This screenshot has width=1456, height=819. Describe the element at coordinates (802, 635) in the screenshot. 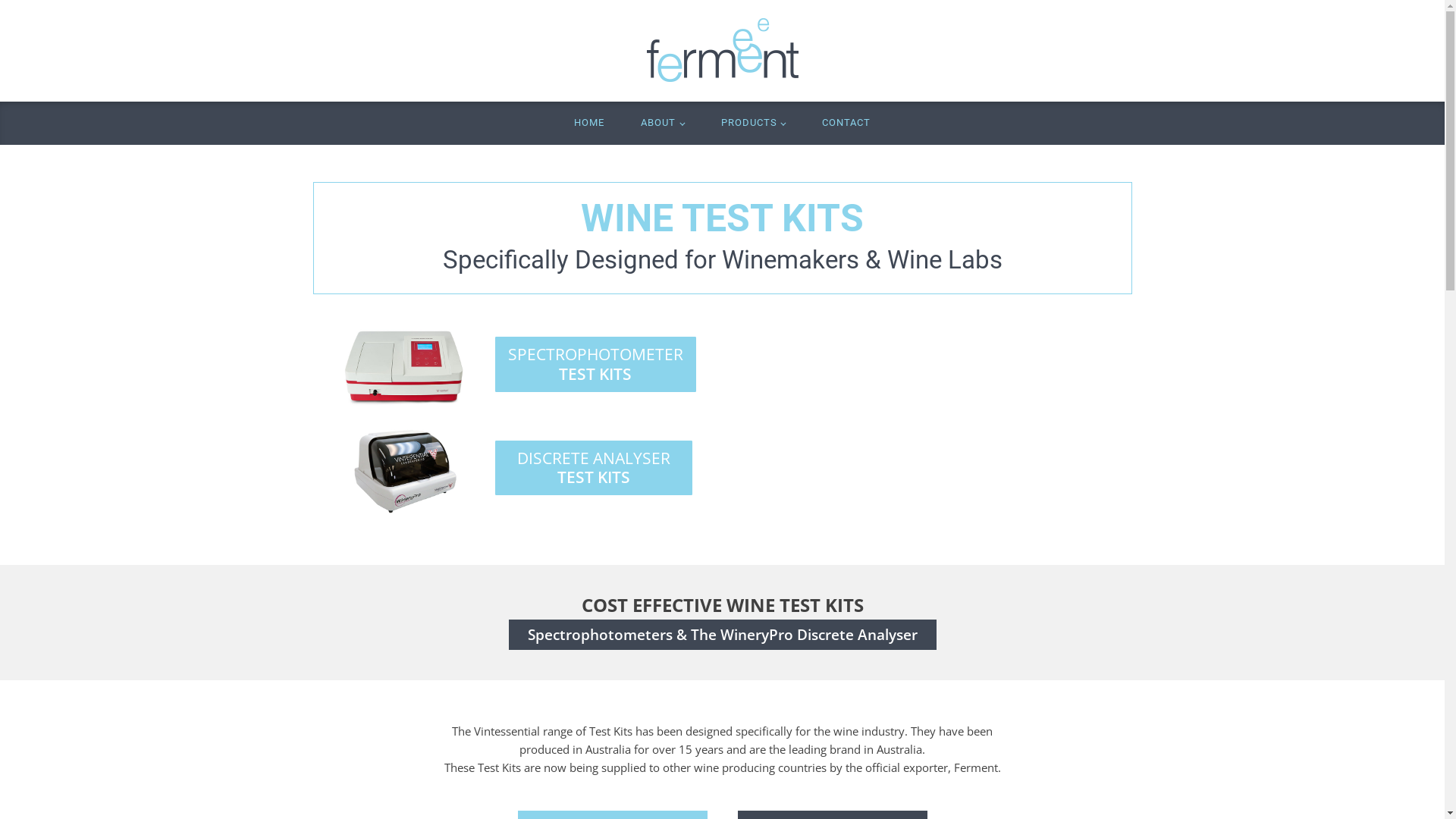

I see `'The WineryPro Discrete Analyser'` at that location.